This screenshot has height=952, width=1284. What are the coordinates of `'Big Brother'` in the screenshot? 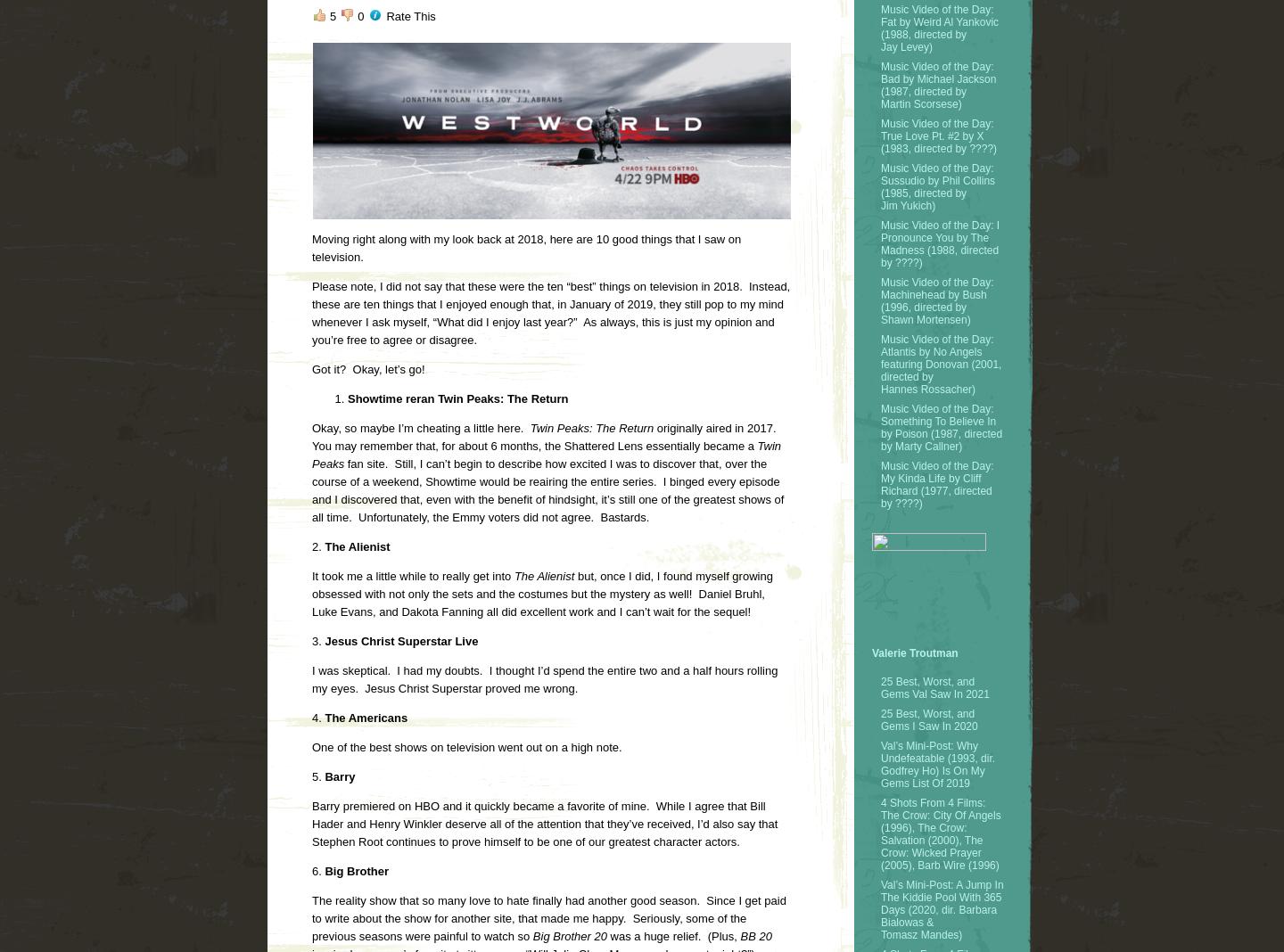 It's located at (321, 871).